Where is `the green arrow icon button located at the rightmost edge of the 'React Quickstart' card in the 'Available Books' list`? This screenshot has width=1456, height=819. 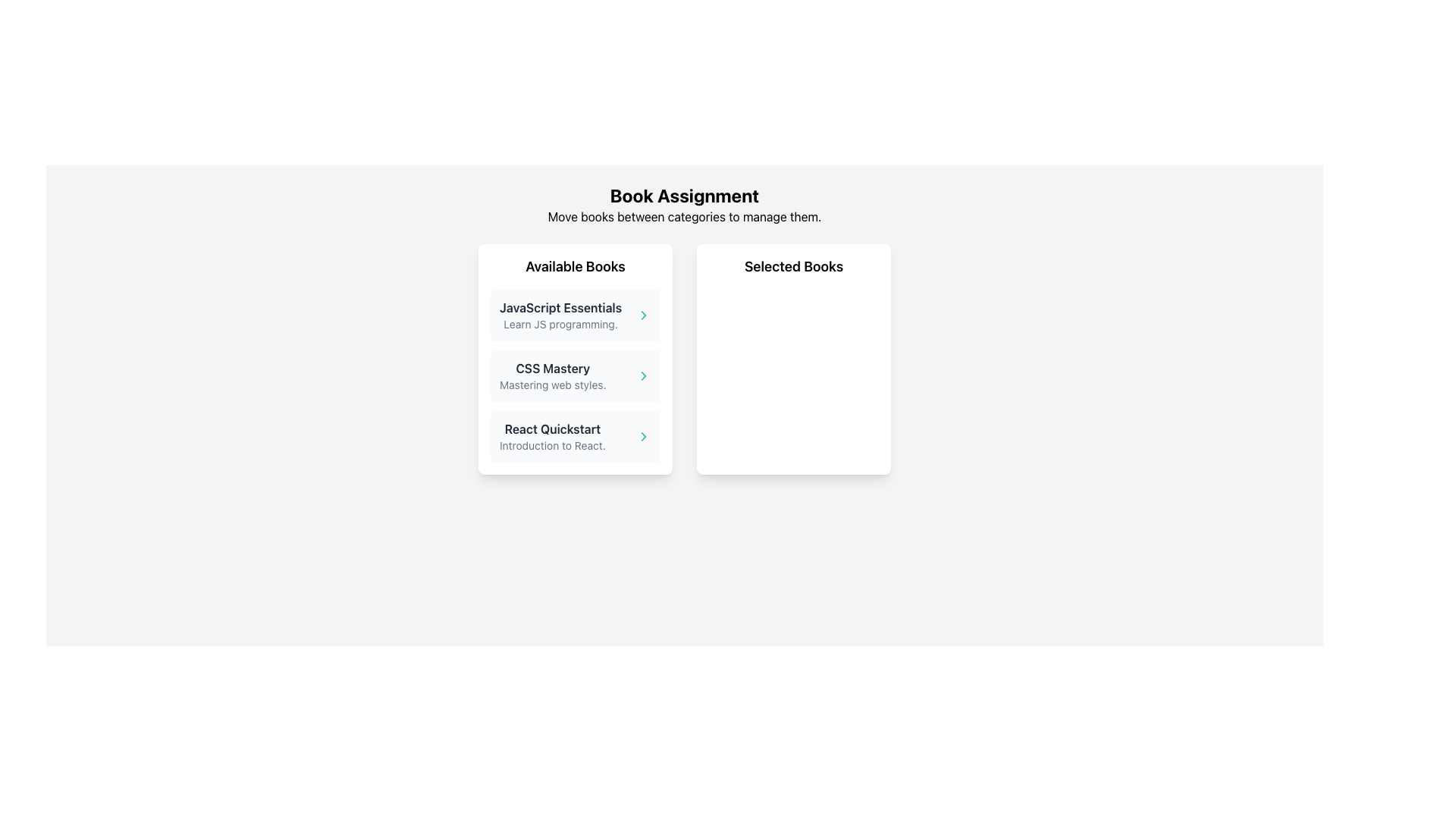 the green arrow icon button located at the rightmost edge of the 'React Quickstart' card in the 'Available Books' list is located at coordinates (644, 436).